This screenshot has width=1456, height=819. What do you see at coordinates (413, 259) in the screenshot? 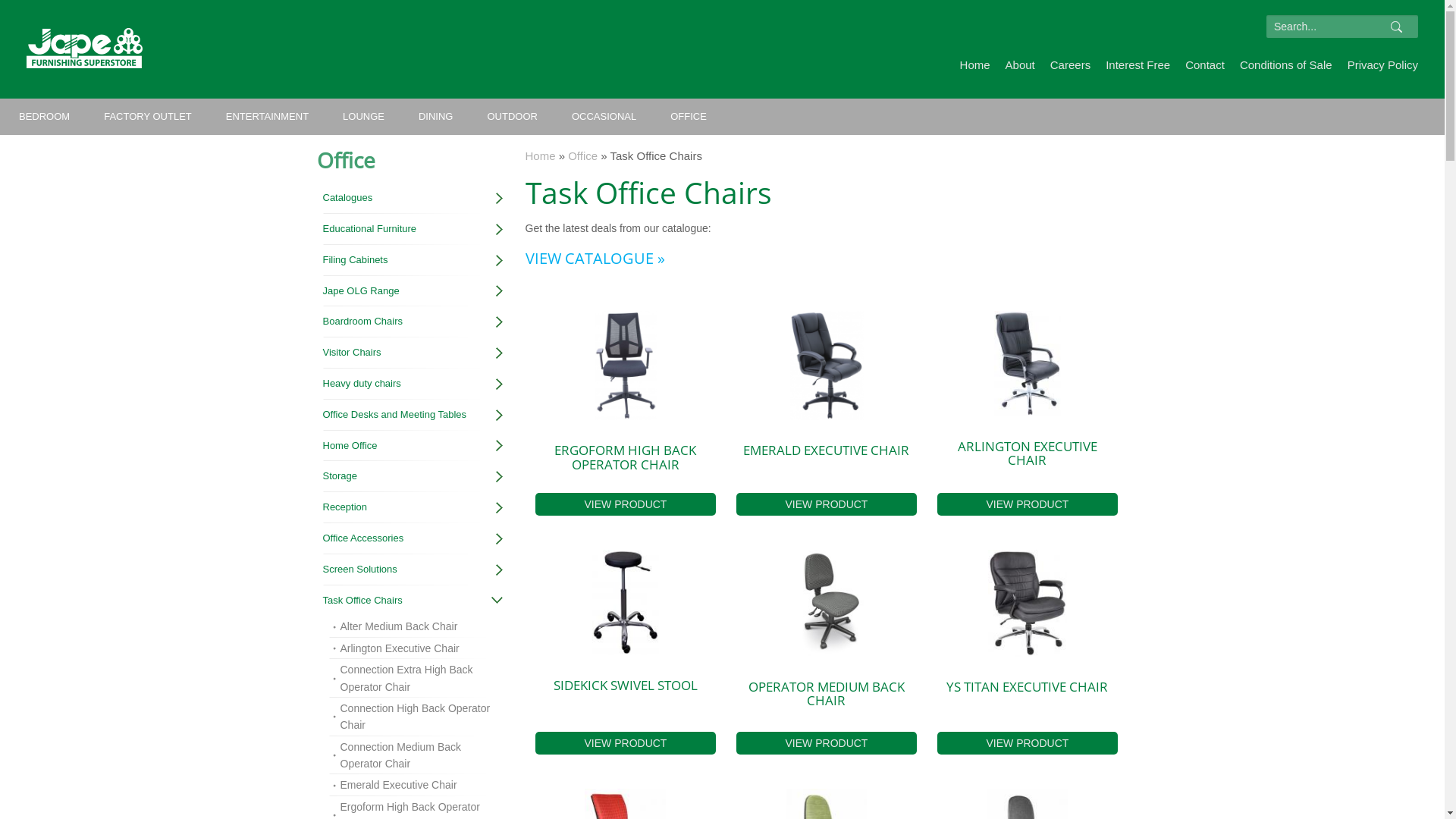
I see `'Filing Cabinets'` at bounding box center [413, 259].